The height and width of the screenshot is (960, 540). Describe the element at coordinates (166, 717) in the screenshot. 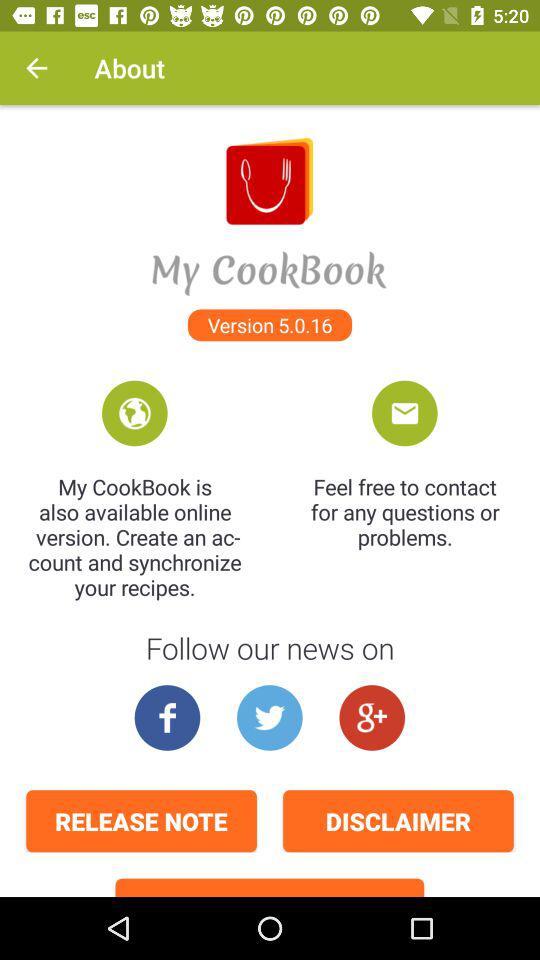

I see `the facebook icon` at that location.